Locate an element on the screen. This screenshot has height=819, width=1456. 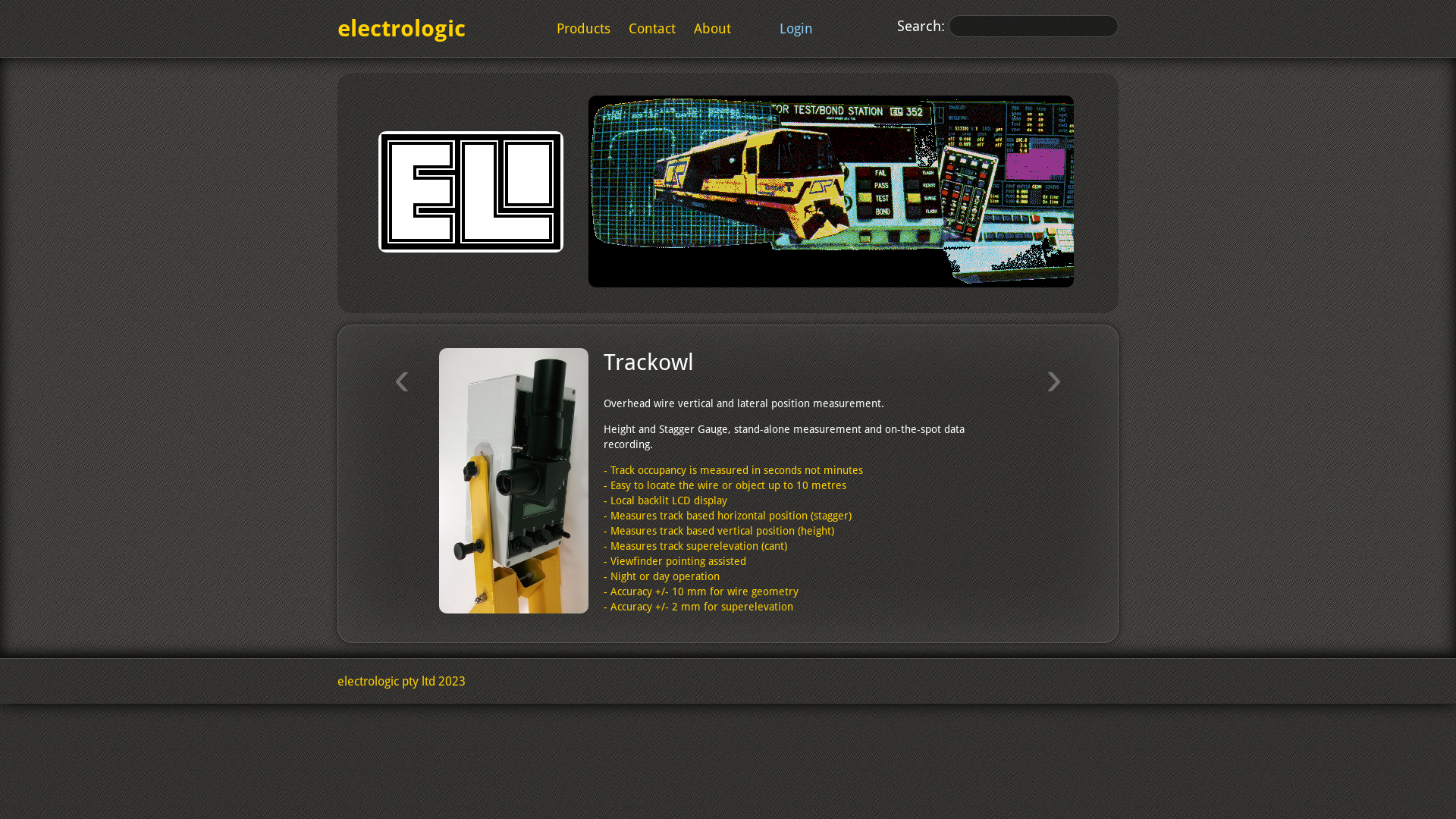
'Contact' is located at coordinates (651, 28).